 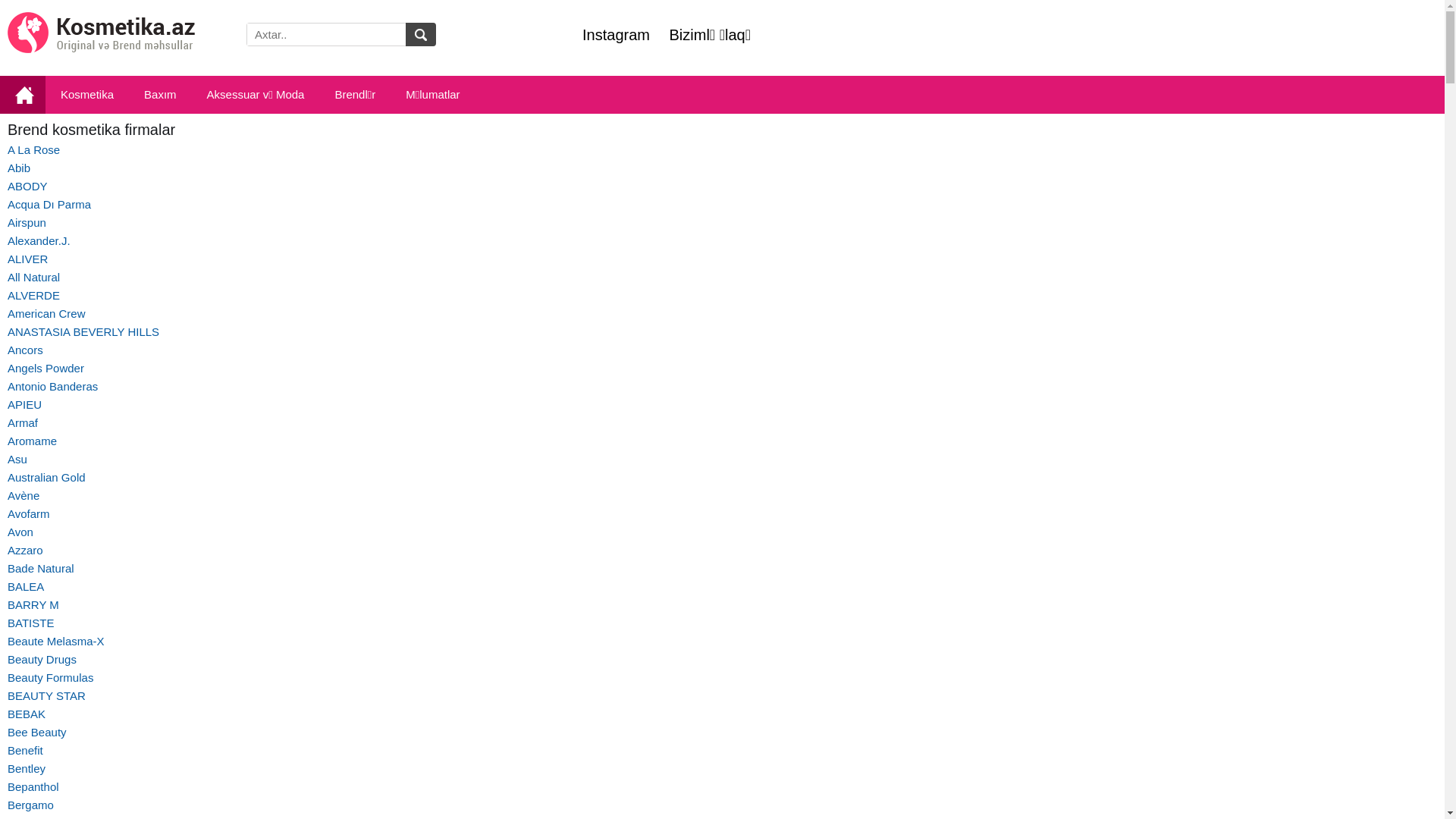 What do you see at coordinates (18, 168) in the screenshot?
I see `'Abib'` at bounding box center [18, 168].